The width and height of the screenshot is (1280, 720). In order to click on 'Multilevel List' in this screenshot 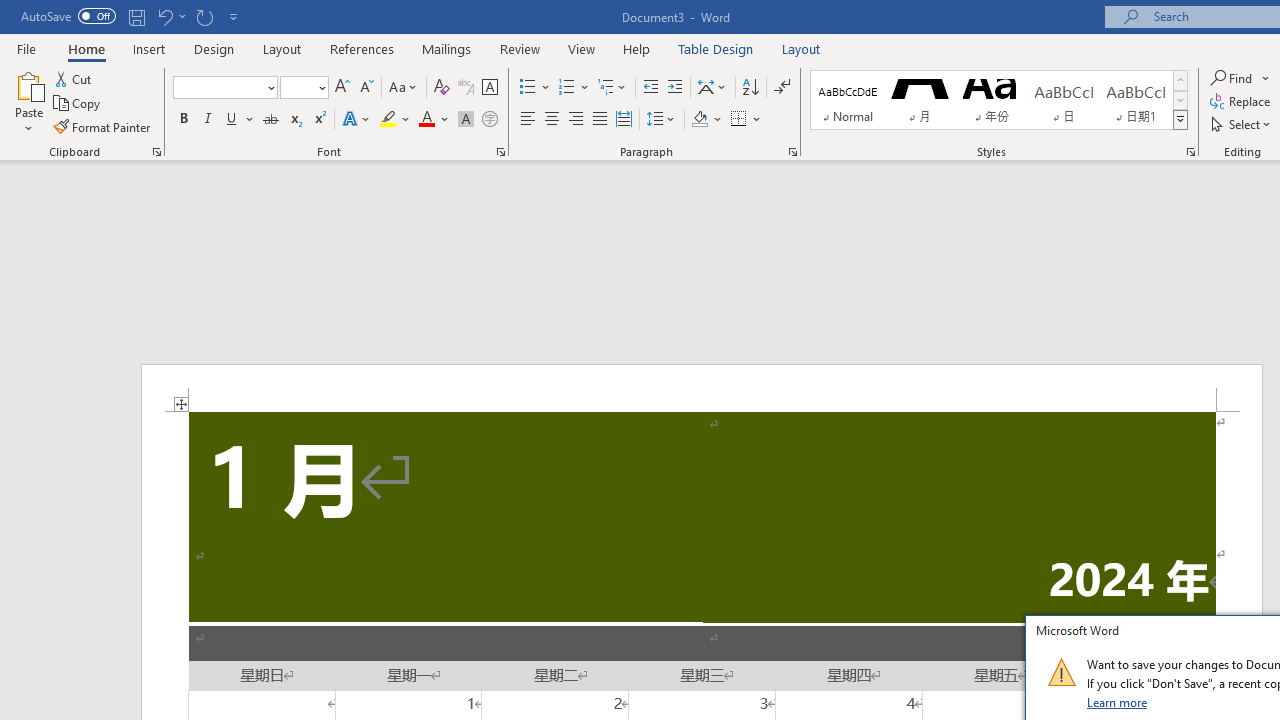, I will do `click(612, 86)`.